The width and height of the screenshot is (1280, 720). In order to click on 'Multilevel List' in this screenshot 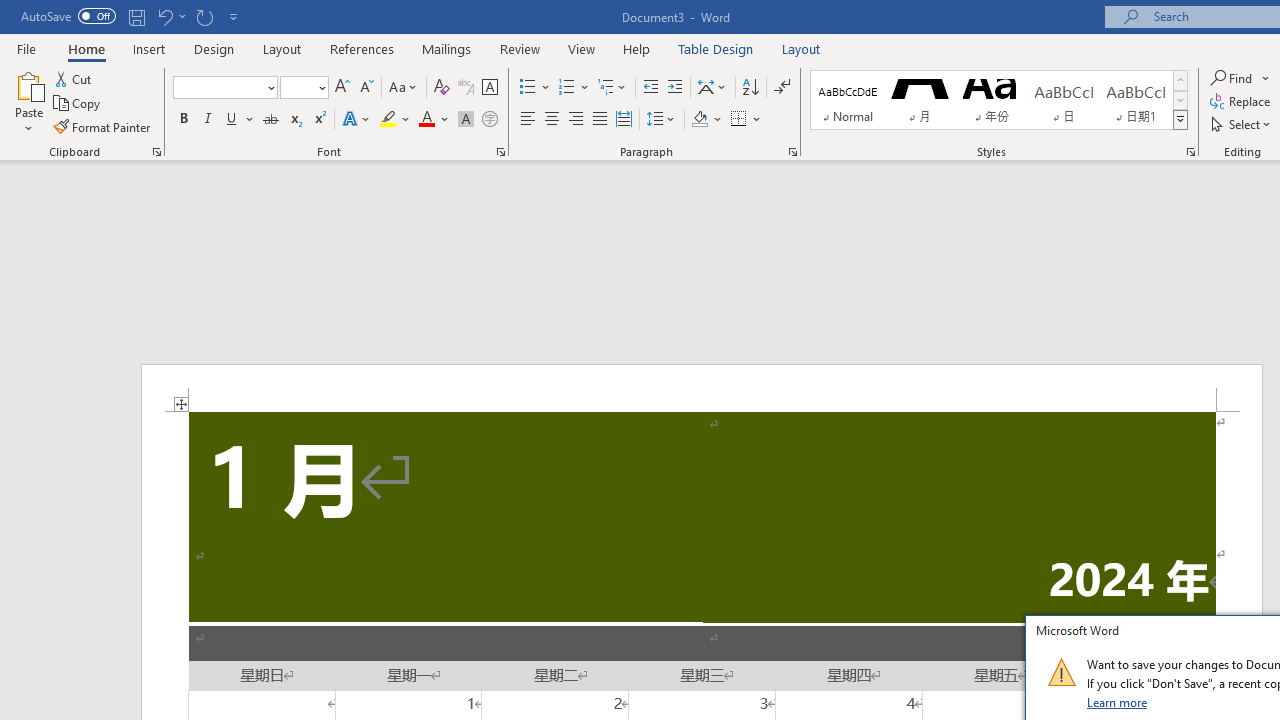, I will do `click(612, 86)`.